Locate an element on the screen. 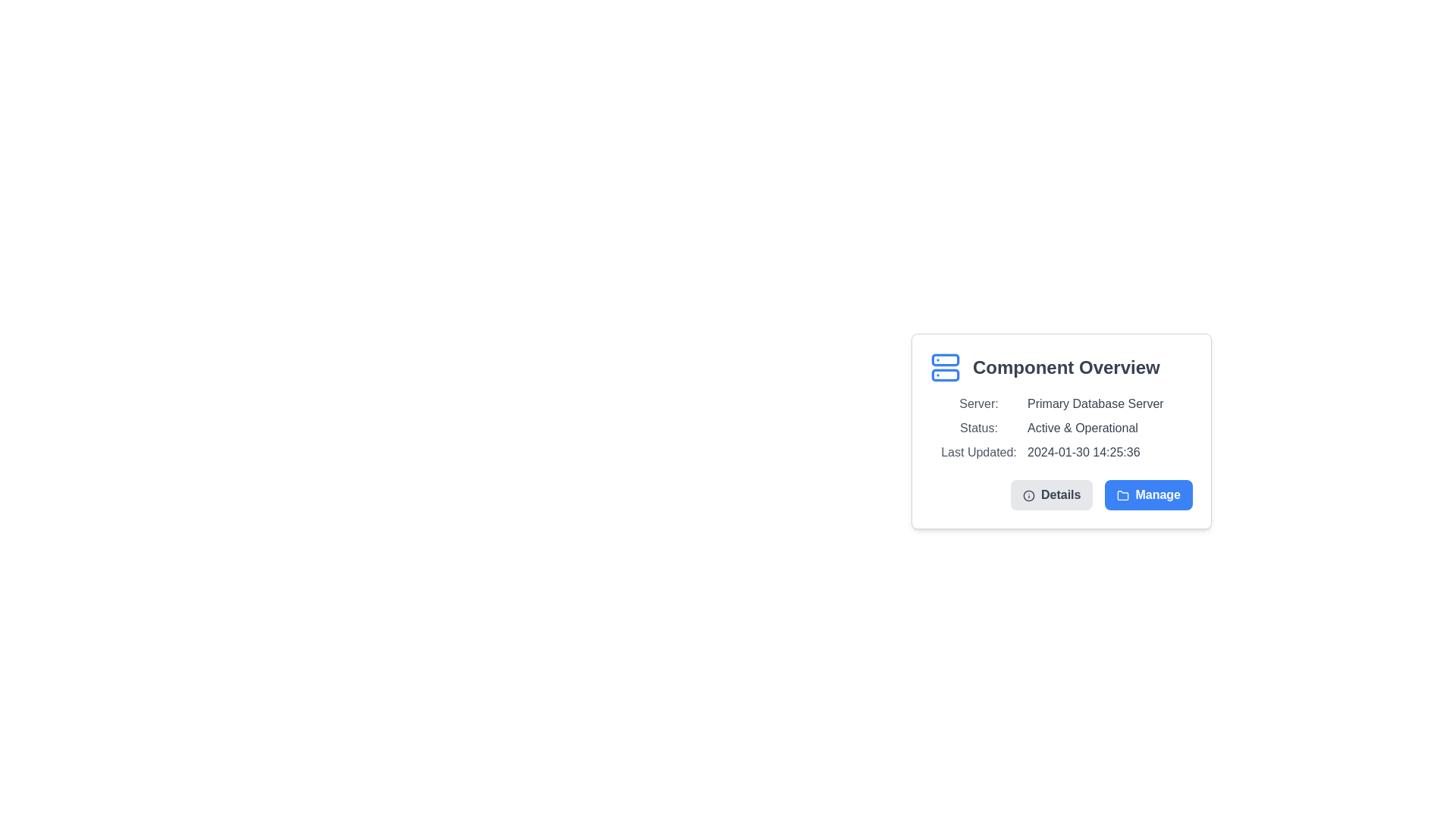 The height and width of the screenshot is (819, 1456). the text element 'Primary Database Server' located to the right of the label 'Server:' in the 'Component Overview' card is located at coordinates (1095, 403).